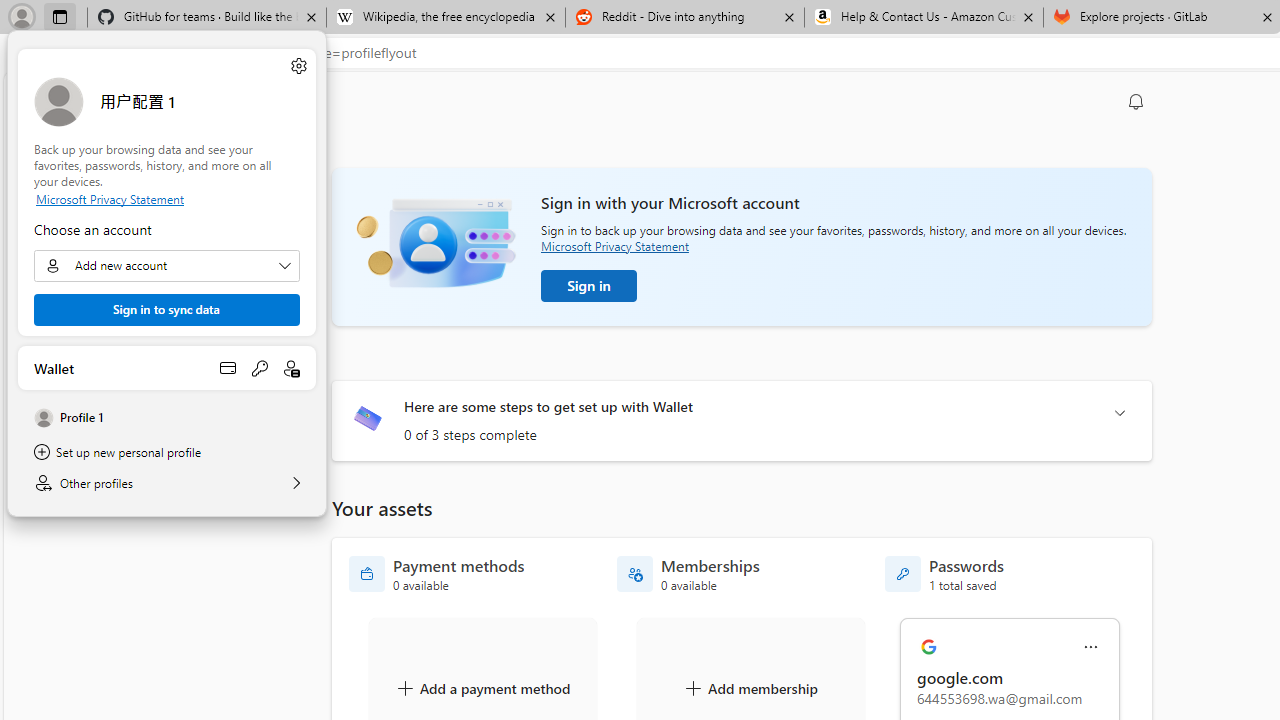  Describe the element at coordinates (167, 265) in the screenshot. I see `'Choose an account'` at that location.